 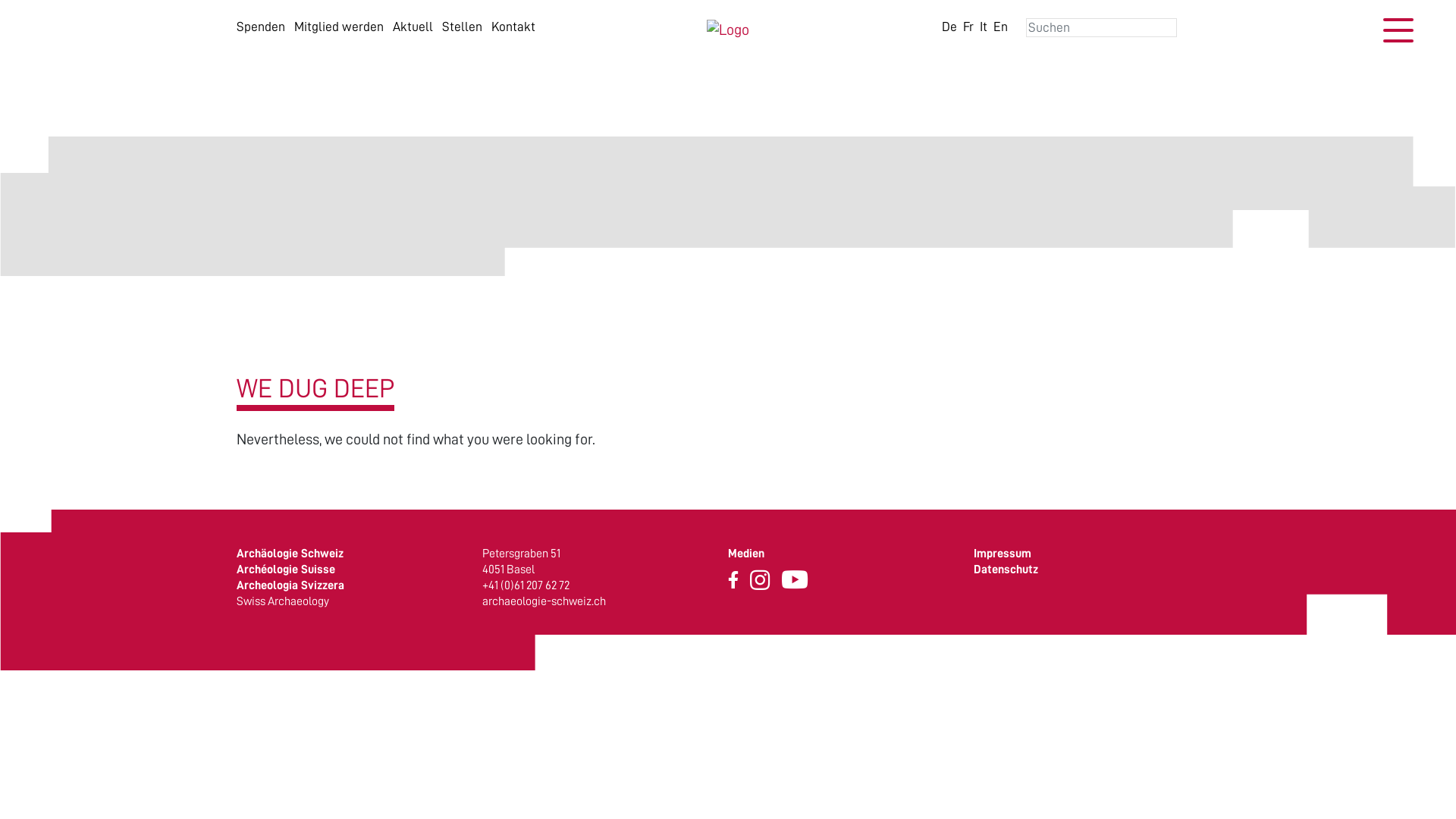 What do you see at coordinates (413, 26) in the screenshot?
I see `'Aktuell'` at bounding box center [413, 26].